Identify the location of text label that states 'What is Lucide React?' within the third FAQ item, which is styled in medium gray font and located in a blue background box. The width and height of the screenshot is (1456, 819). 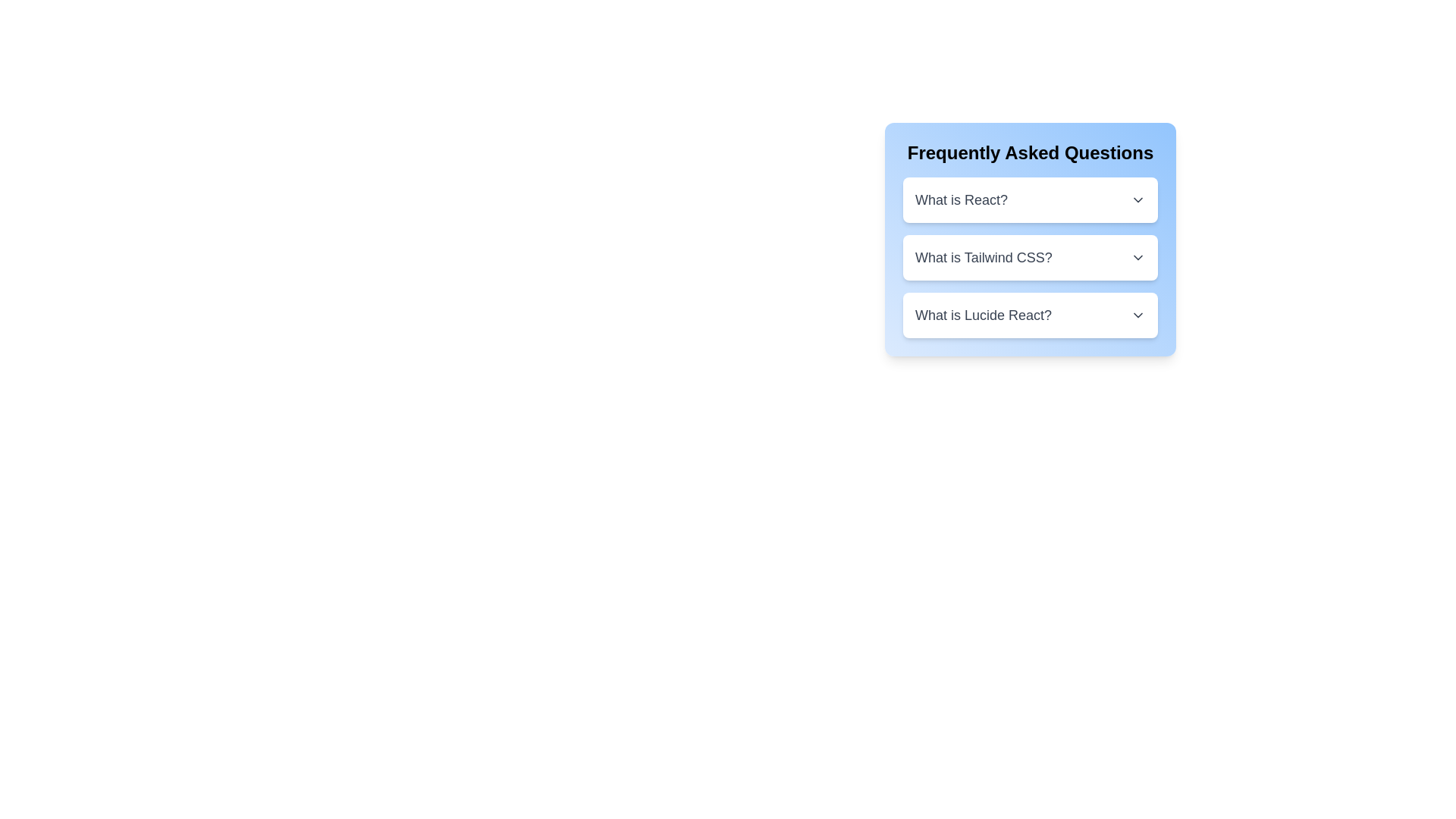
(983, 315).